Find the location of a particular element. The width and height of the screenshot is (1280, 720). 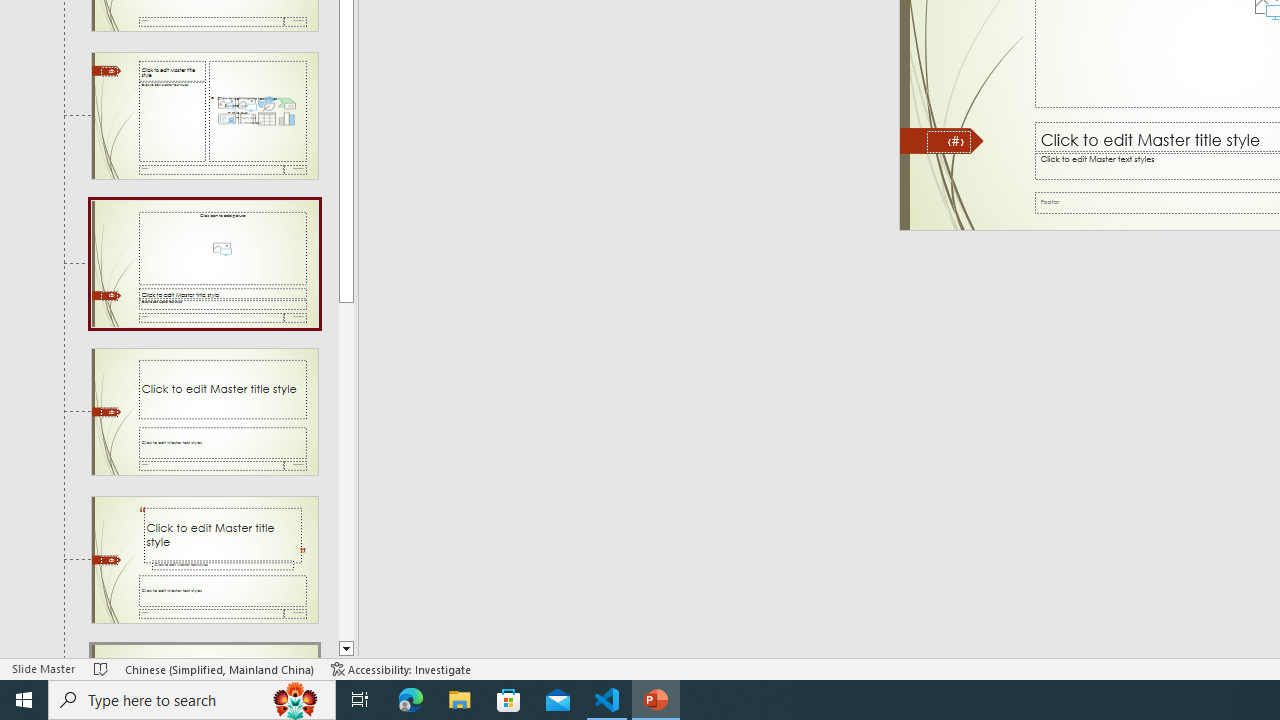

'Spell Check No Errors' is located at coordinates (100, 669).